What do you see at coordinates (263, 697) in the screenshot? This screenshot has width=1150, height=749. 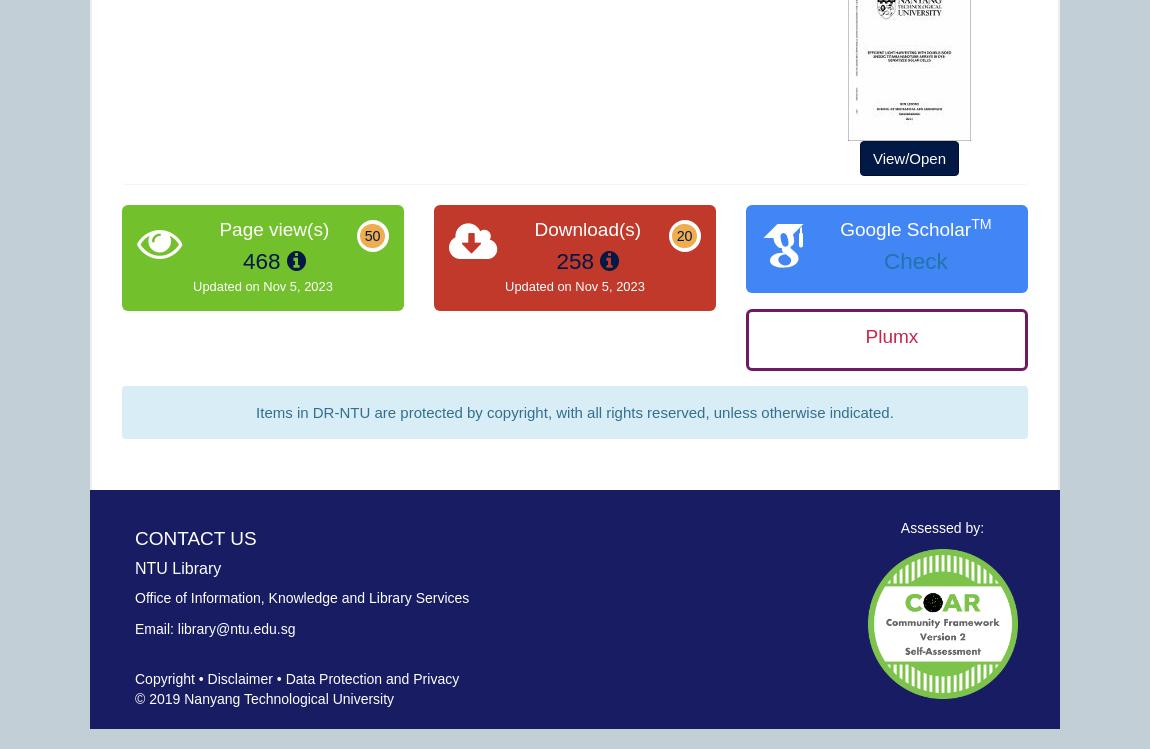 I see `'© 2019 Nanyang Technological University'` at bounding box center [263, 697].